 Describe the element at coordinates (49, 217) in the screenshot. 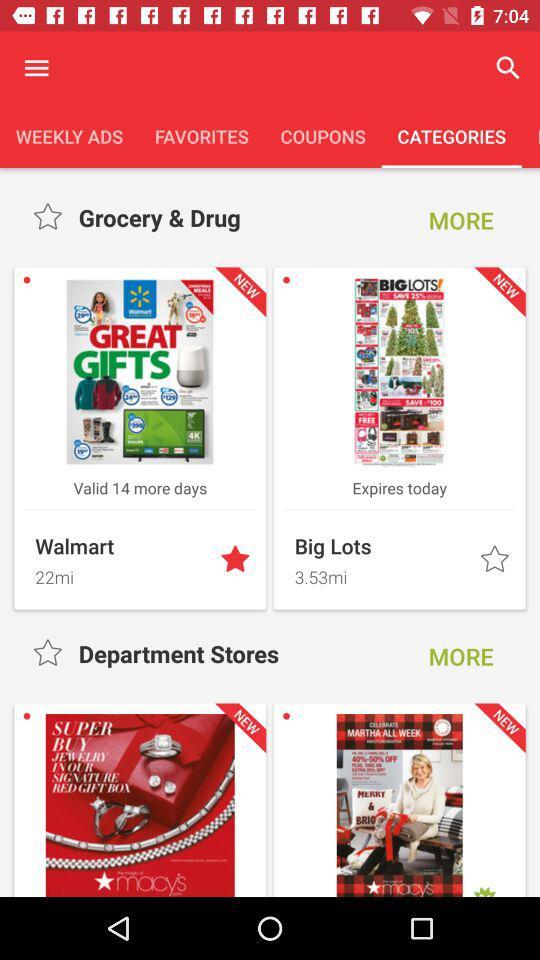

I see `mark as favorite` at that location.